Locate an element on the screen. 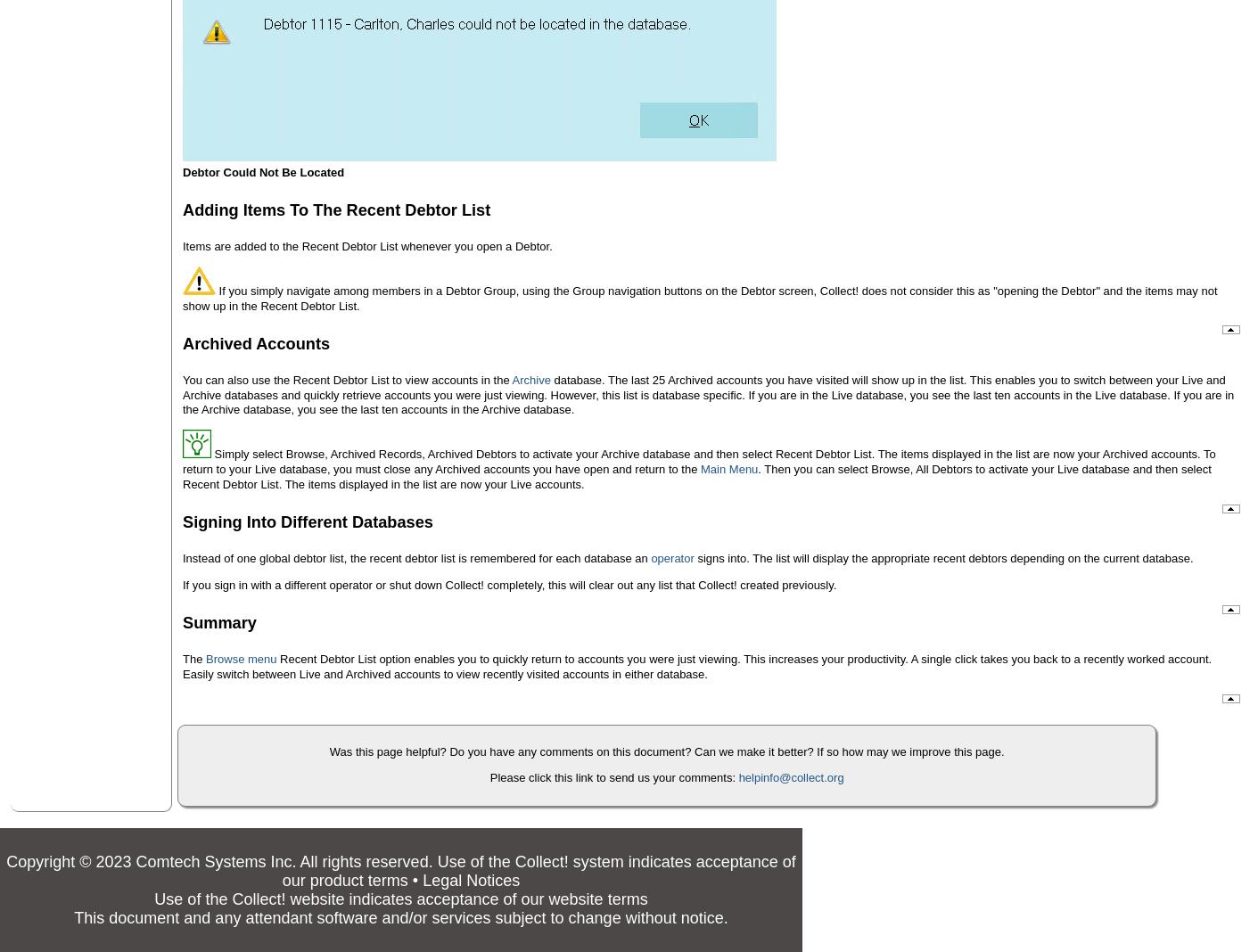  'Recent Debtor List option enables you
to quickly return to accounts you were just viewing. This
increases your productivity. A single click takes you back
to a recently worked account. Easily switch between Live
and Archived accounts to view recently visited accounts in
either database.' is located at coordinates (695, 665).